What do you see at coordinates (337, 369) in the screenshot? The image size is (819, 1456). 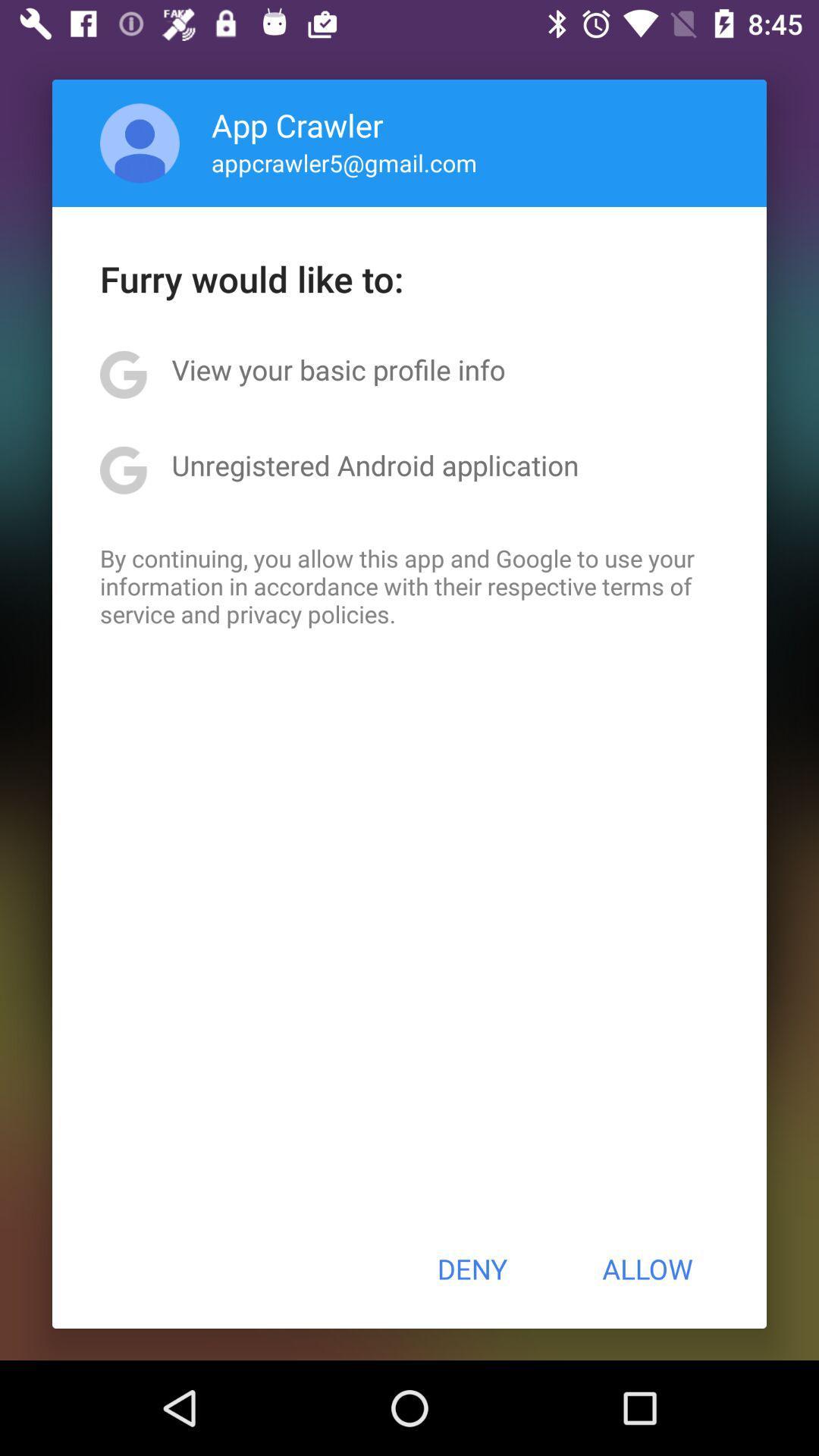 I see `view your basic item` at bounding box center [337, 369].